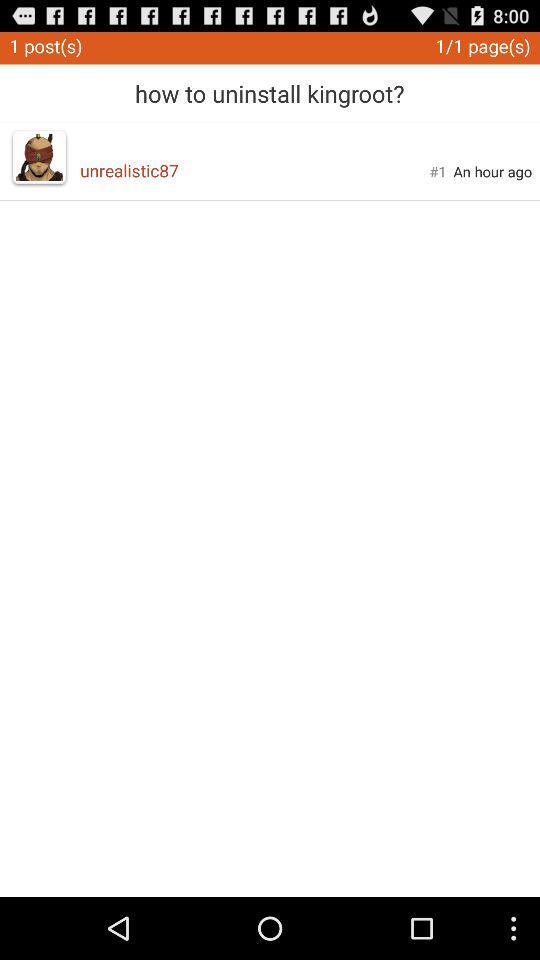  I want to click on the item next to #1, so click(491, 170).